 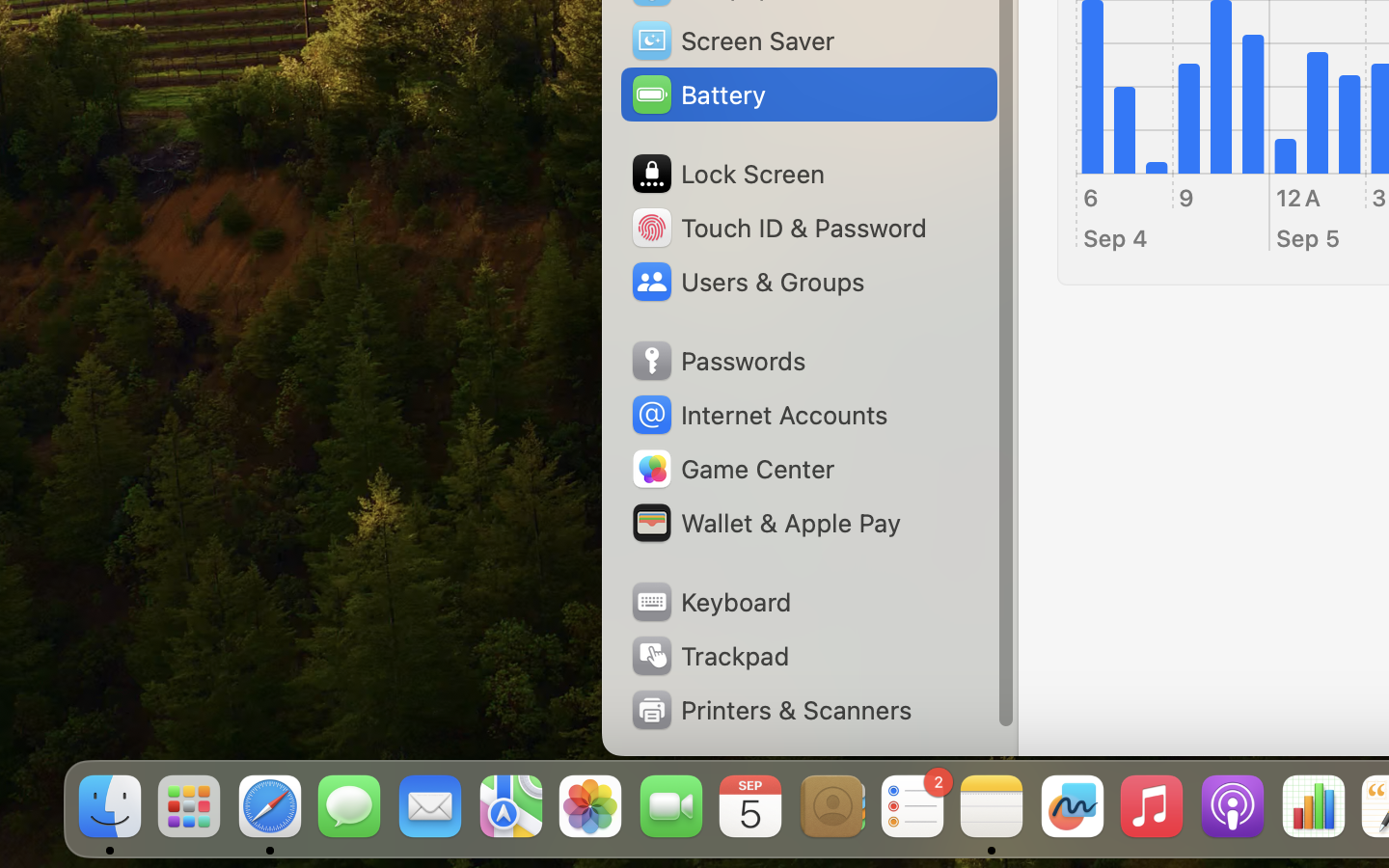 What do you see at coordinates (765, 521) in the screenshot?
I see `'Wallet & Apple Pay'` at bounding box center [765, 521].